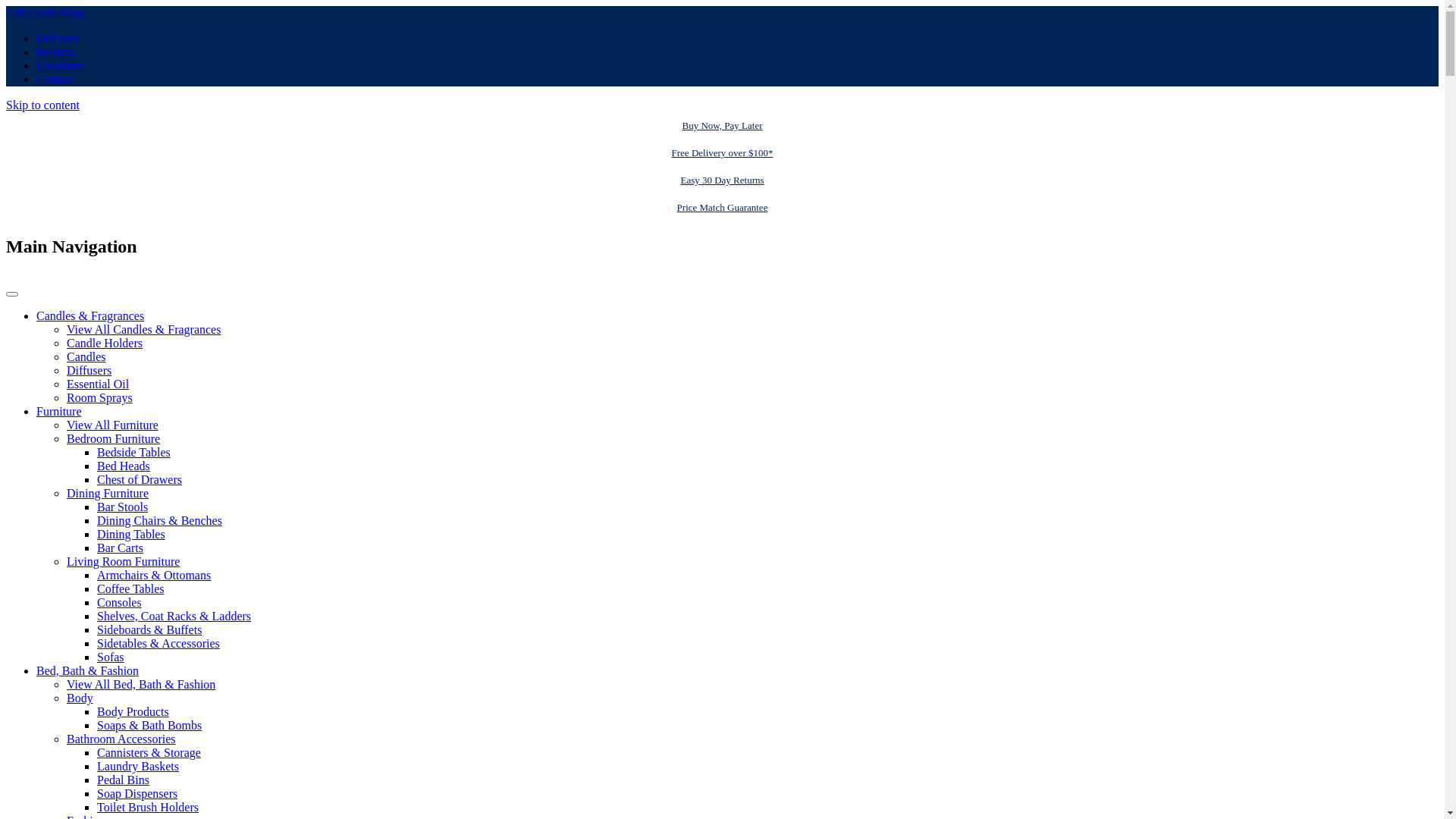 This screenshot has width=1456, height=819. What do you see at coordinates (55, 51) in the screenshot?
I see `'Returns'` at bounding box center [55, 51].